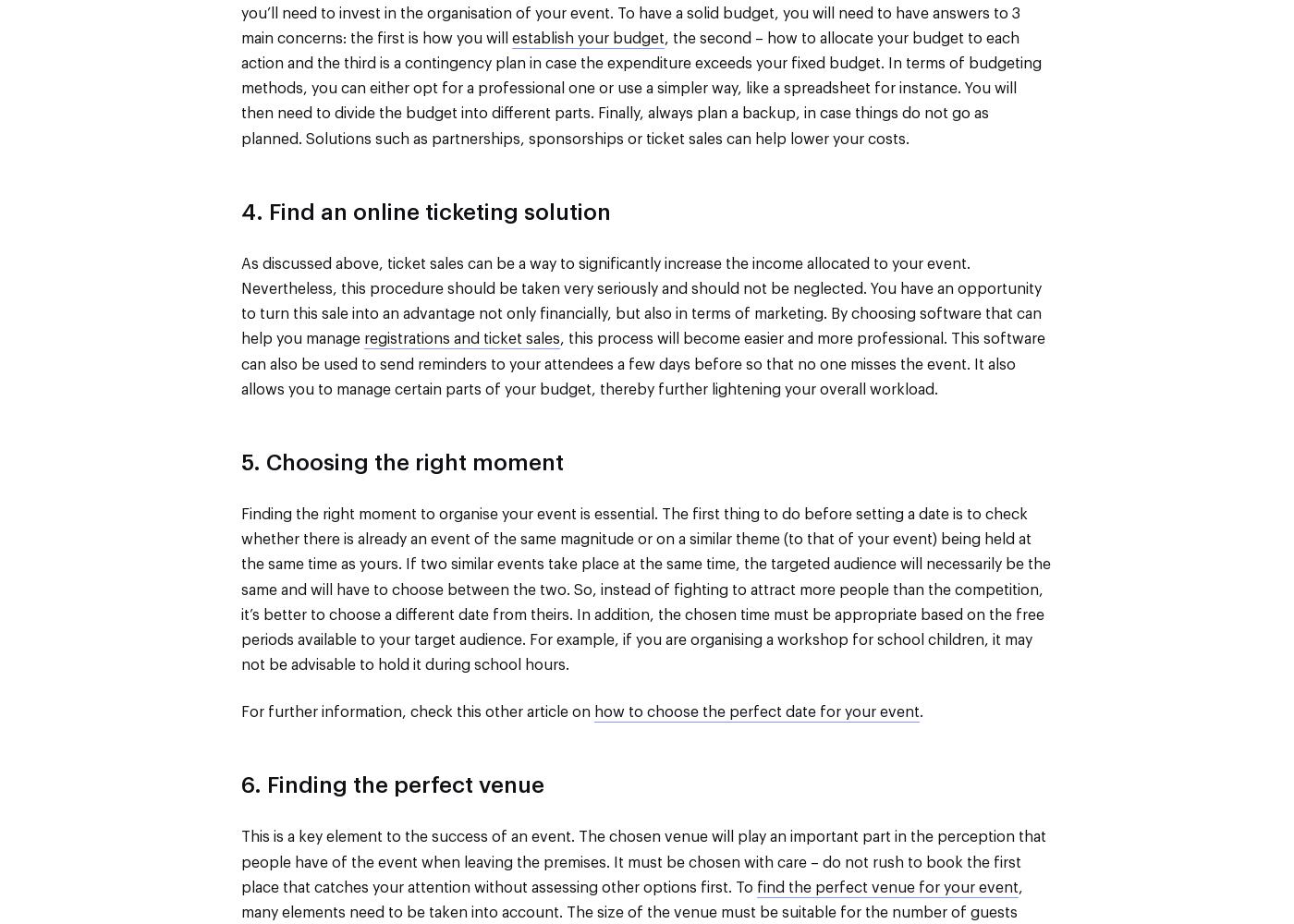 The height and width of the screenshot is (924, 1294). What do you see at coordinates (392, 785) in the screenshot?
I see `'6. Finding the perfect venue'` at bounding box center [392, 785].